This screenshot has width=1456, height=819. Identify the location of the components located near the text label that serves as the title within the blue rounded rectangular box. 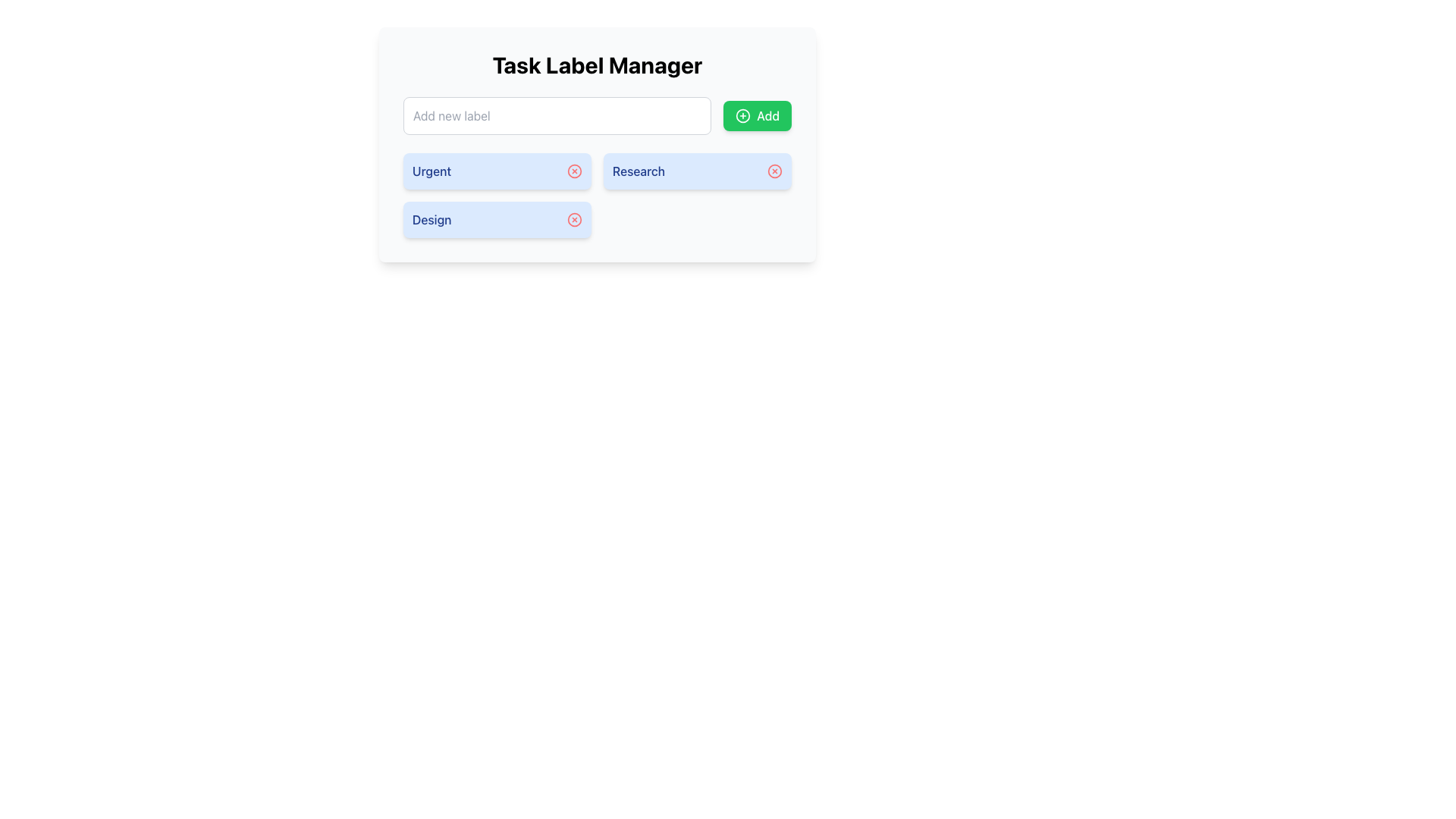
(431, 219).